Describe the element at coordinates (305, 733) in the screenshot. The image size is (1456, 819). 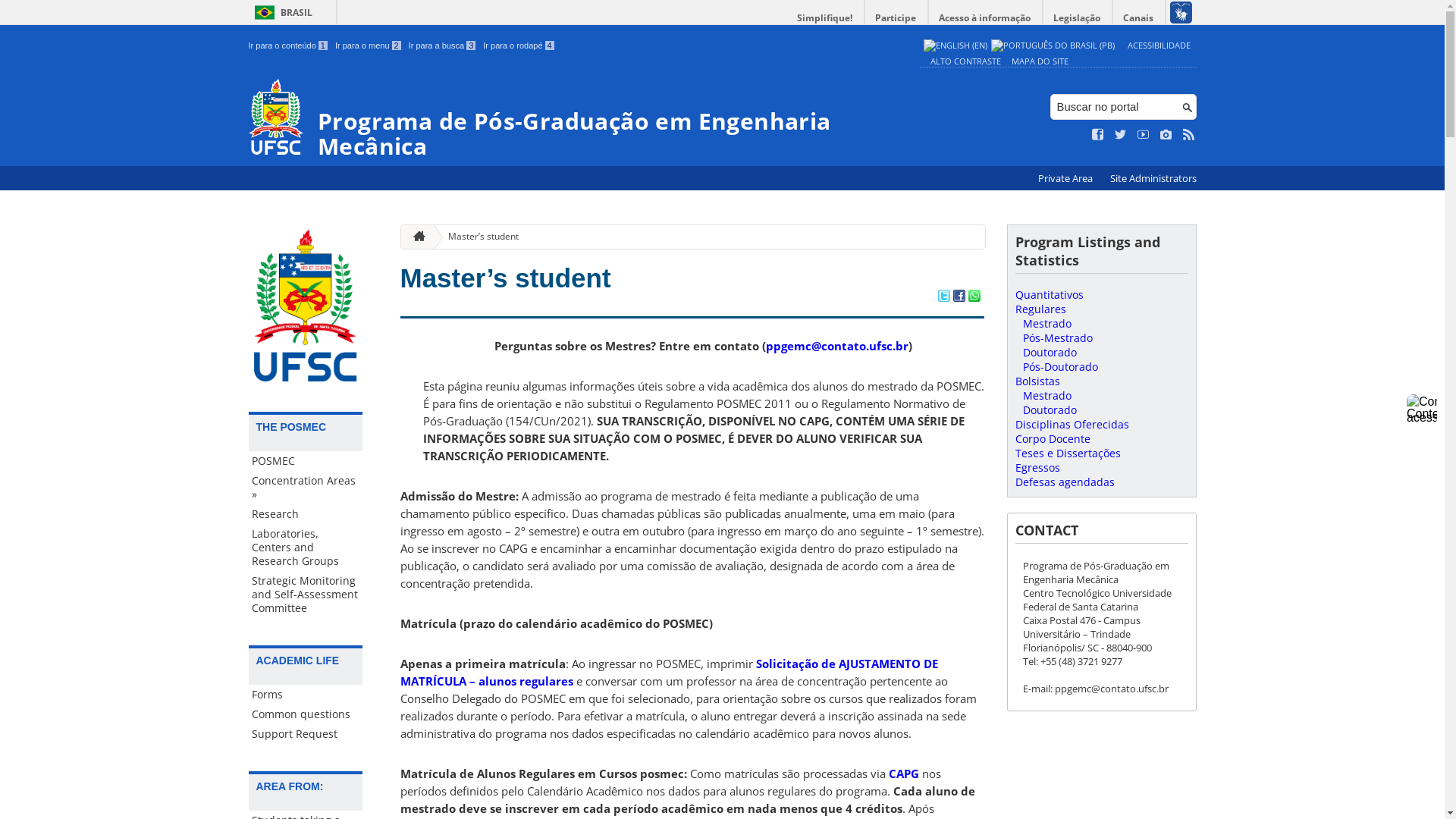
I see `'Support Request'` at that location.